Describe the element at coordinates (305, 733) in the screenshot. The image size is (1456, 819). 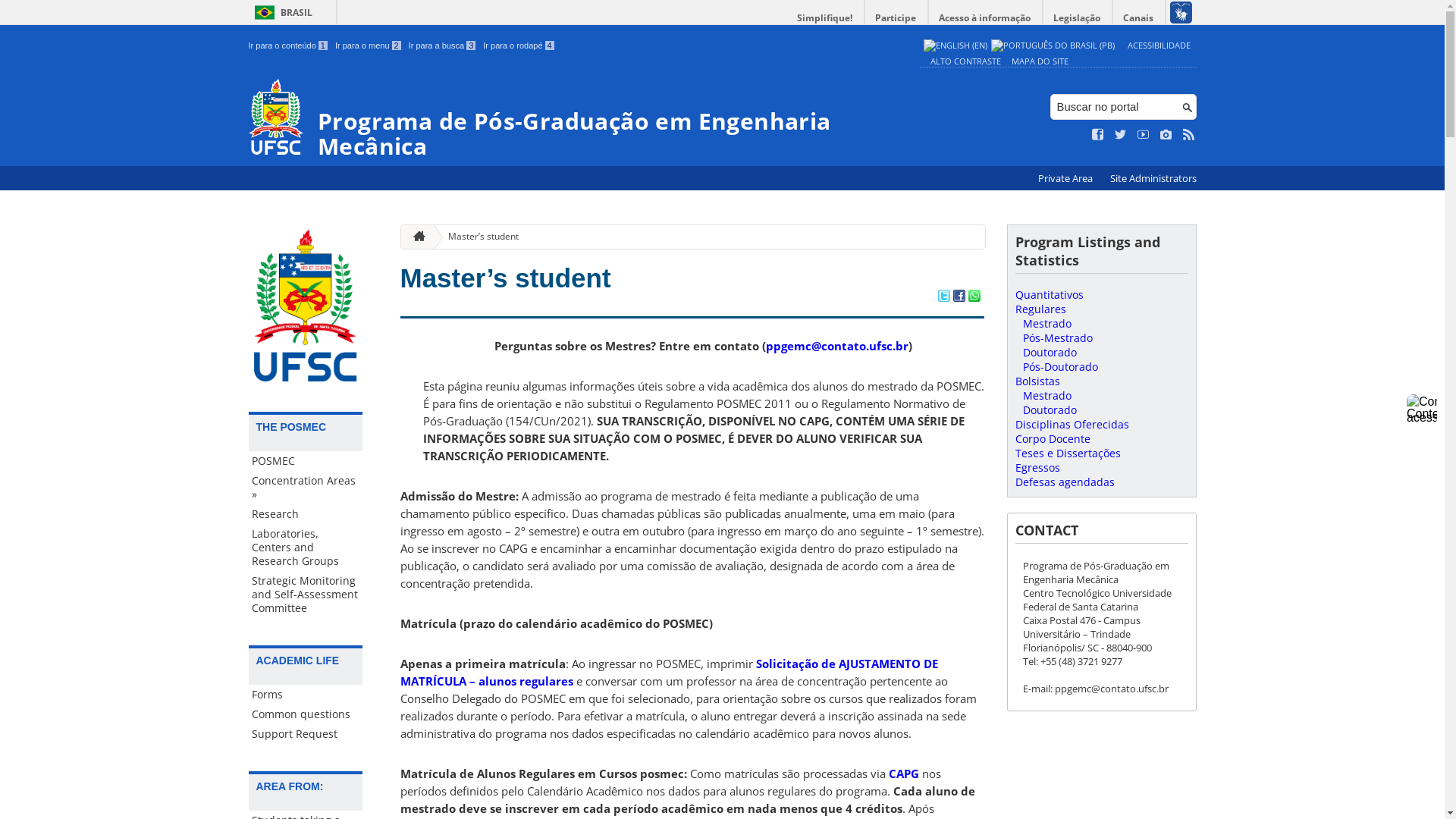
I see `'Support Request'` at that location.